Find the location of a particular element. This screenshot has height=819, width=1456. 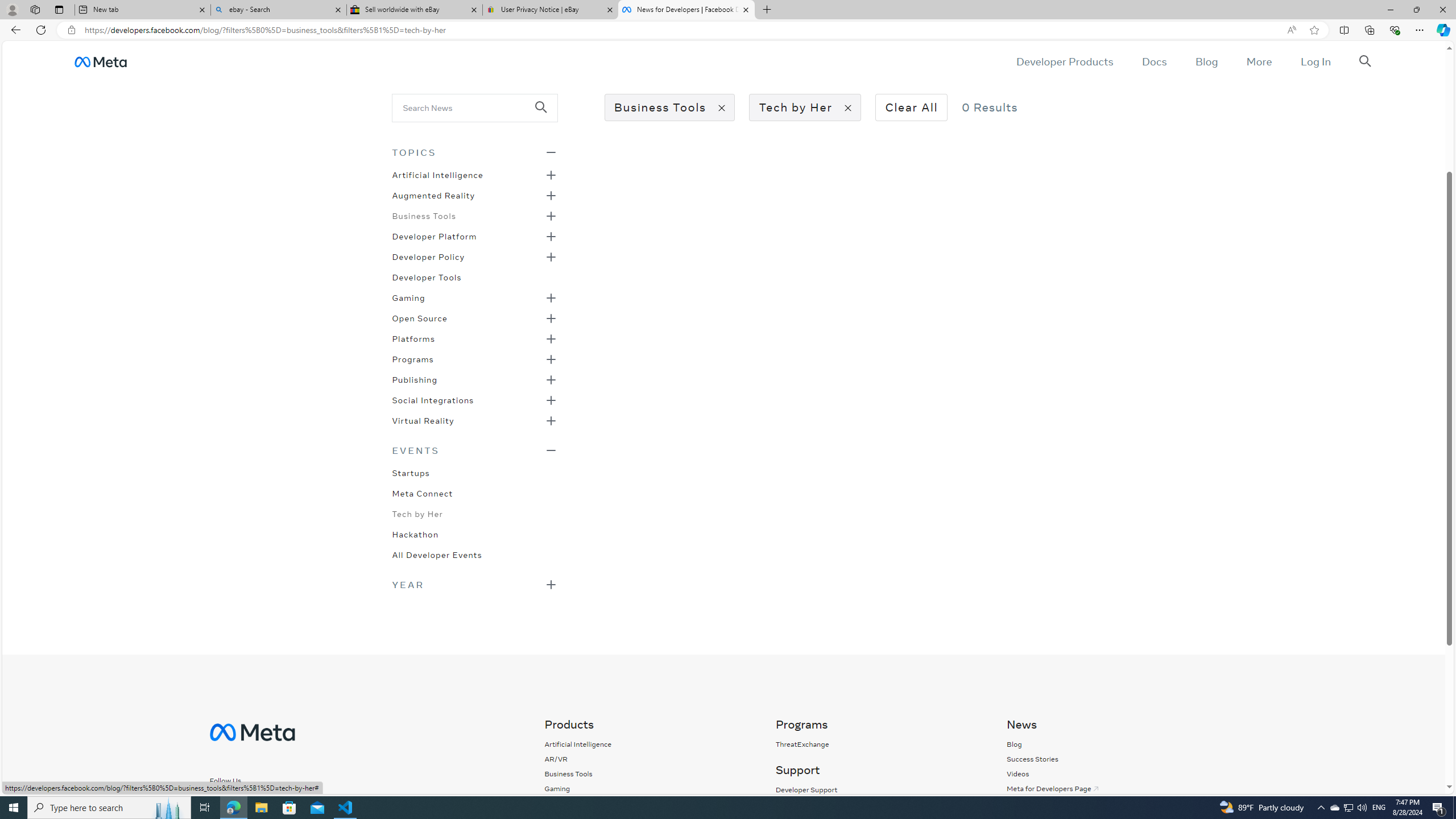

'Follow us on LinkedIn' is located at coordinates (291, 800).